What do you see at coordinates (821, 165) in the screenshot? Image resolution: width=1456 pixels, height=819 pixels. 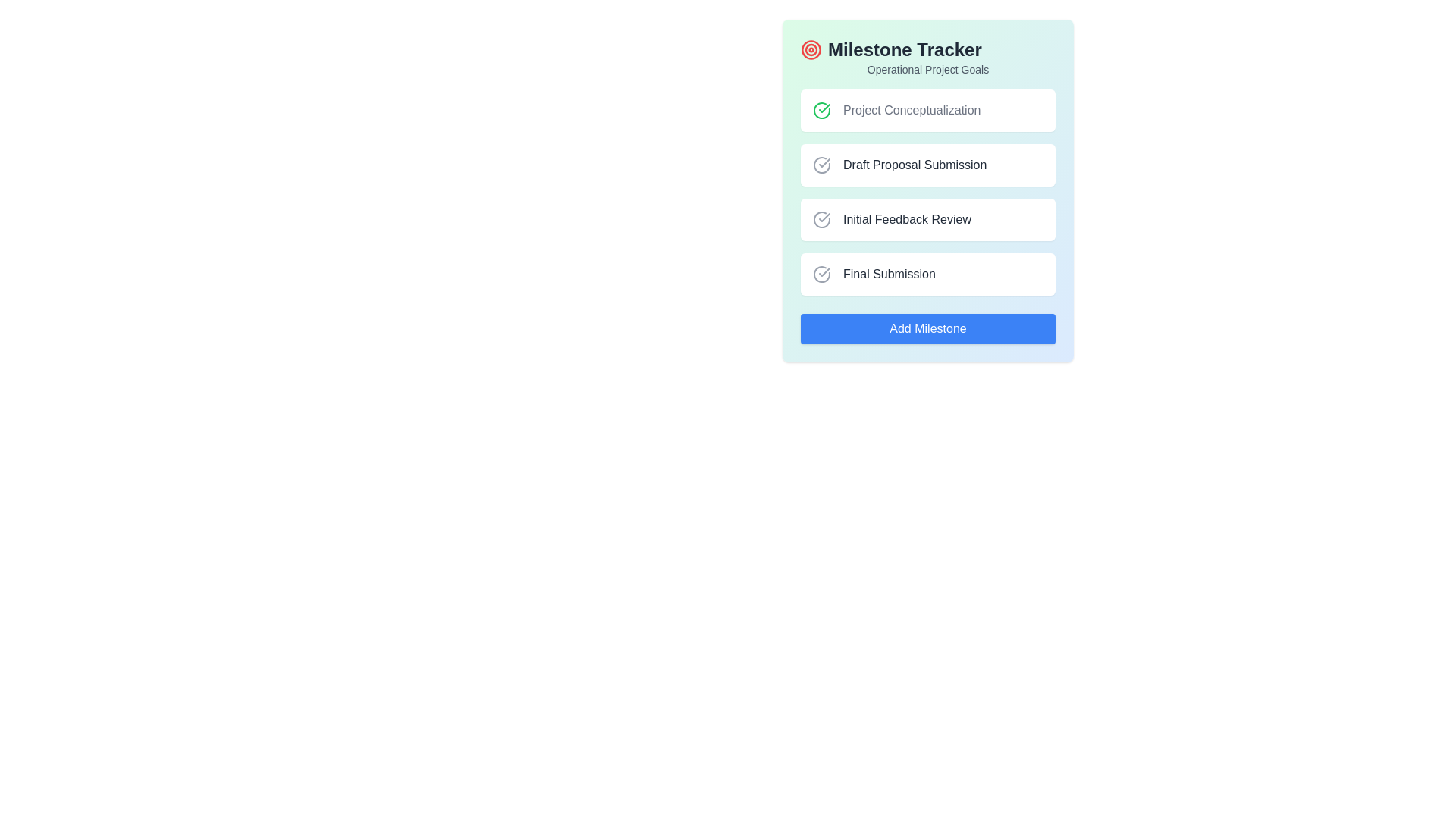 I see `the circular arc of the SVG icon located in the second milestone labeled 'Draft Proposal Submission'` at bounding box center [821, 165].